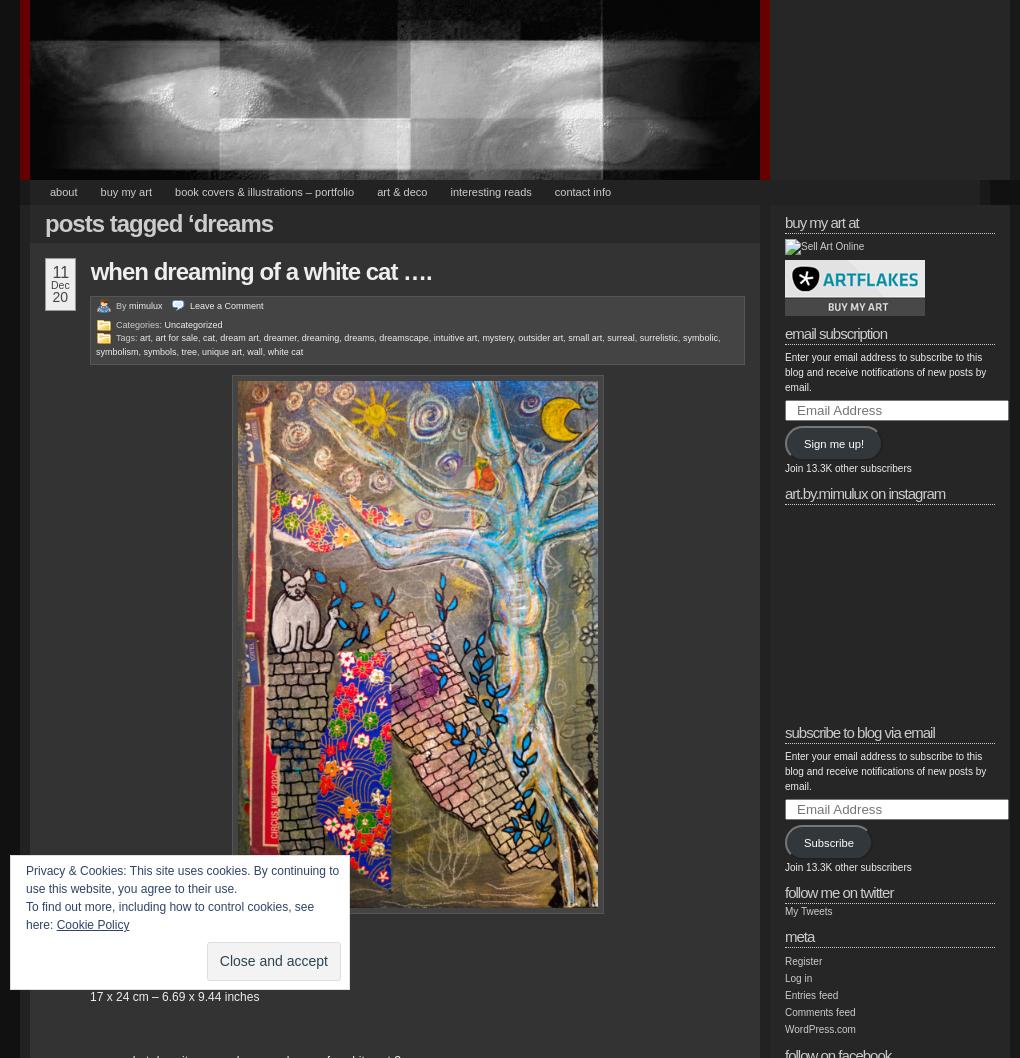 The width and height of the screenshot is (1020, 1058). Describe the element at coordinates (175, 337) in the screenshot. I see `'art for sale'` at that location.